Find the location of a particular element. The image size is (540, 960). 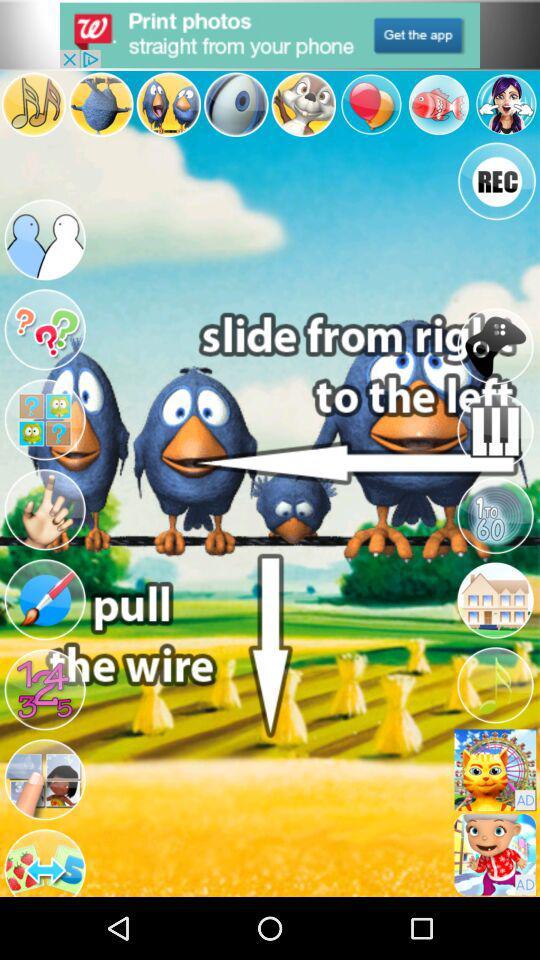

the music icon is located at coordinates (494, 732).